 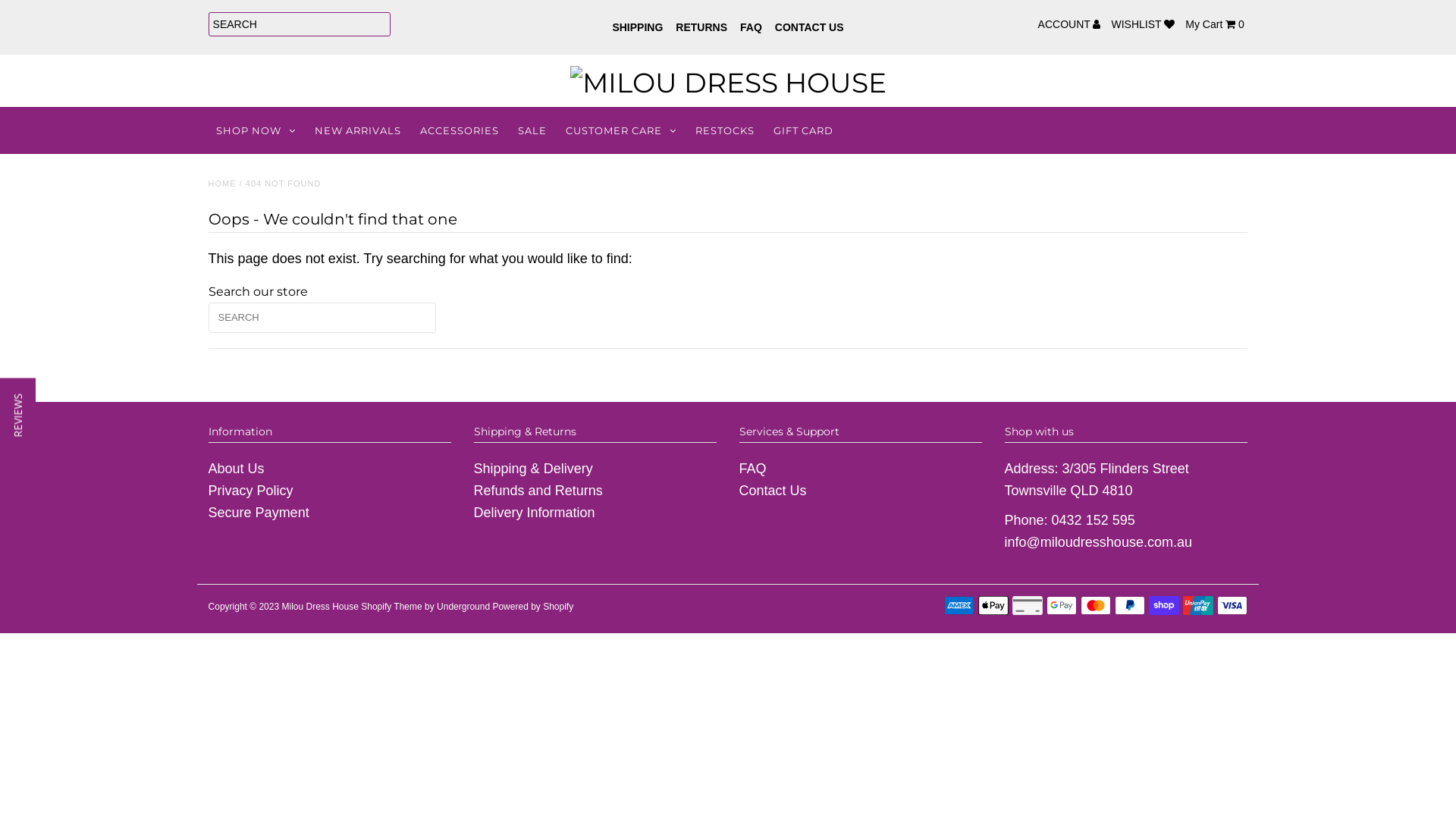 I want to click on 'WISHLIST', so click(x=1139, y=24).